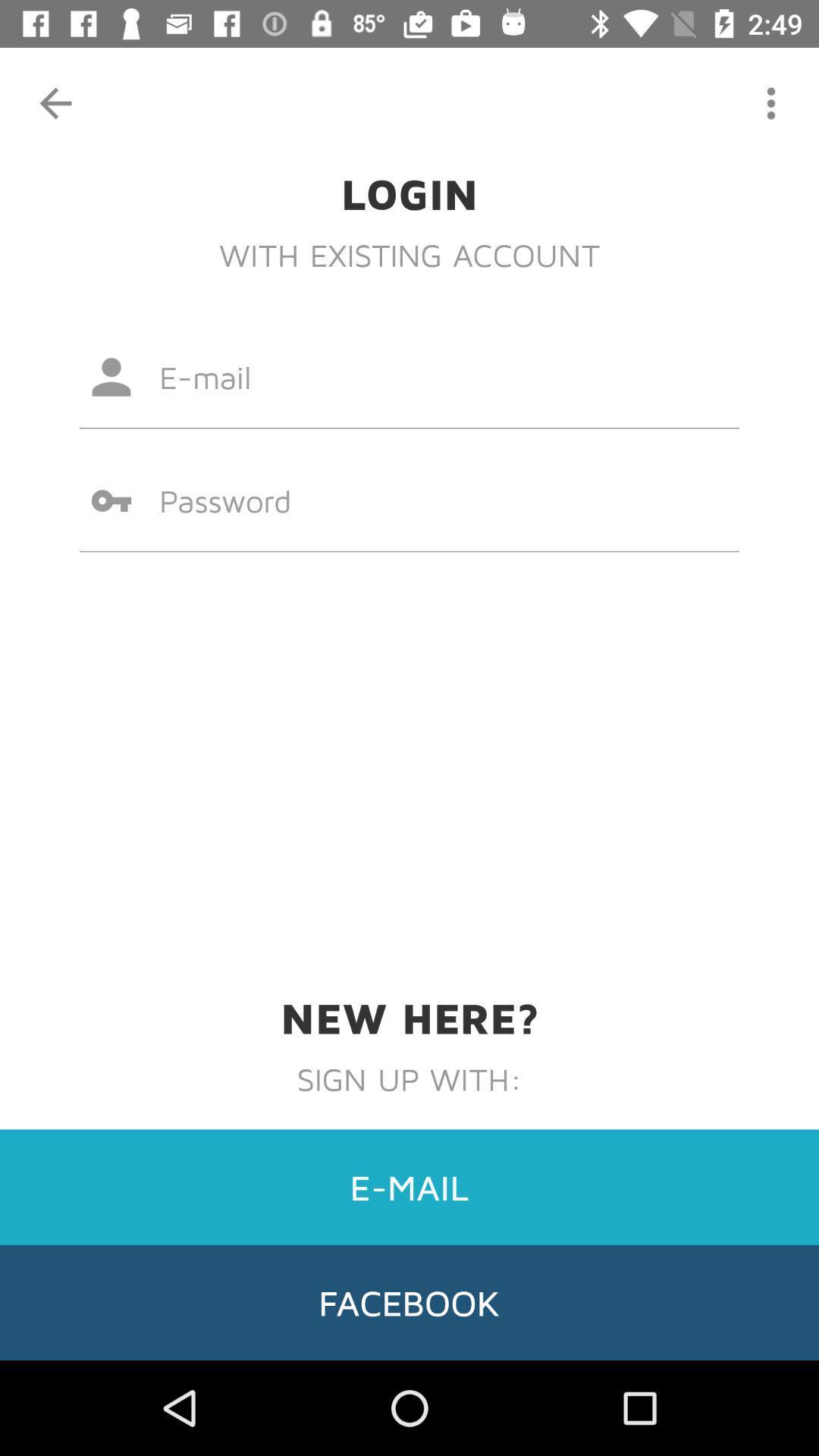 This screenshot has width=819, height=1456. What do you see at coordinates (409, 1186) in the screenshot?
I see `the icon above facebook item` at bounding box center [409, 1186].